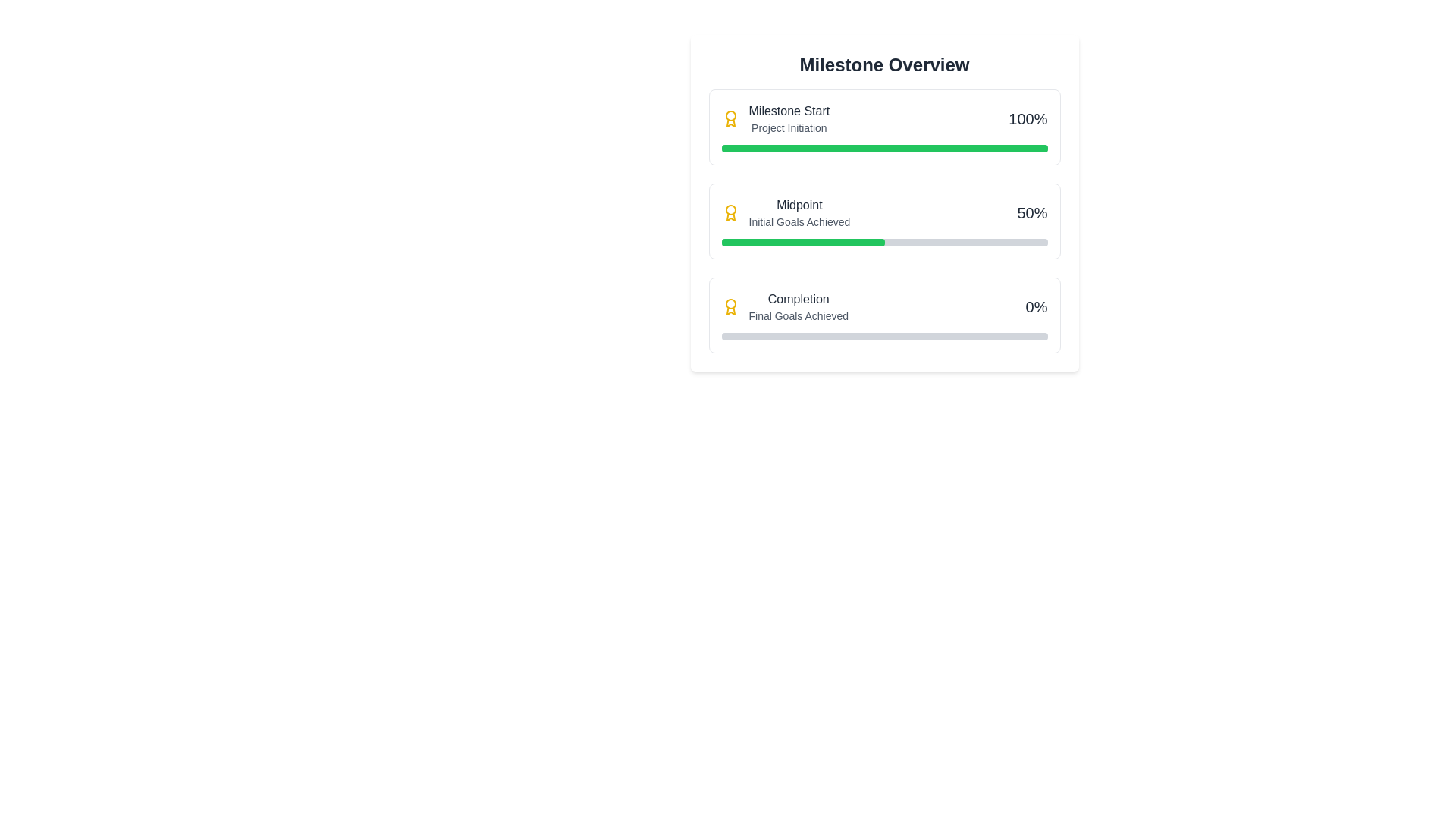 Image resolution: width=1456 pixels, height=819 pixels. Describe the element at coordinates (884, 221) in the screenshot. I see `the Milestone Progress Display Component representing the 'Midpoint' stage` at that location.